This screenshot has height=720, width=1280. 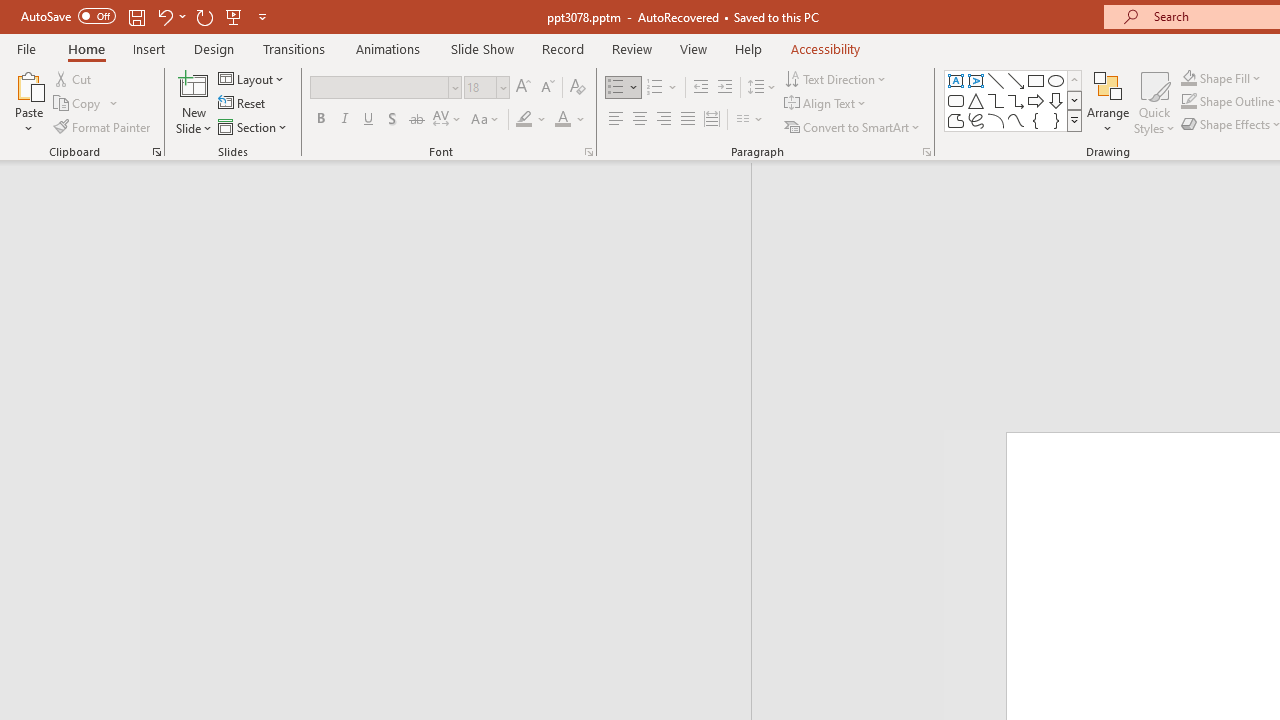 I want to click on 'Arrange', so click(x=1107, y=103).